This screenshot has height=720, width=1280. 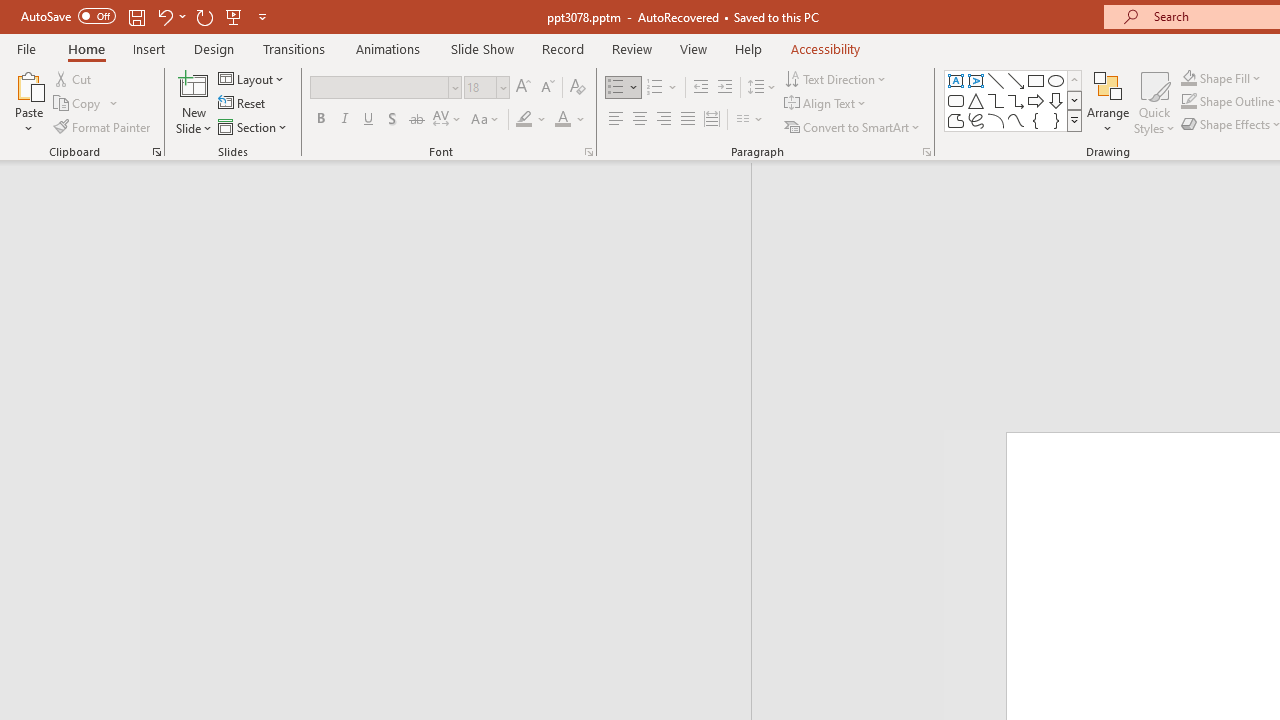 I want to click on 'Arrange', so click(x=1107, y=103).